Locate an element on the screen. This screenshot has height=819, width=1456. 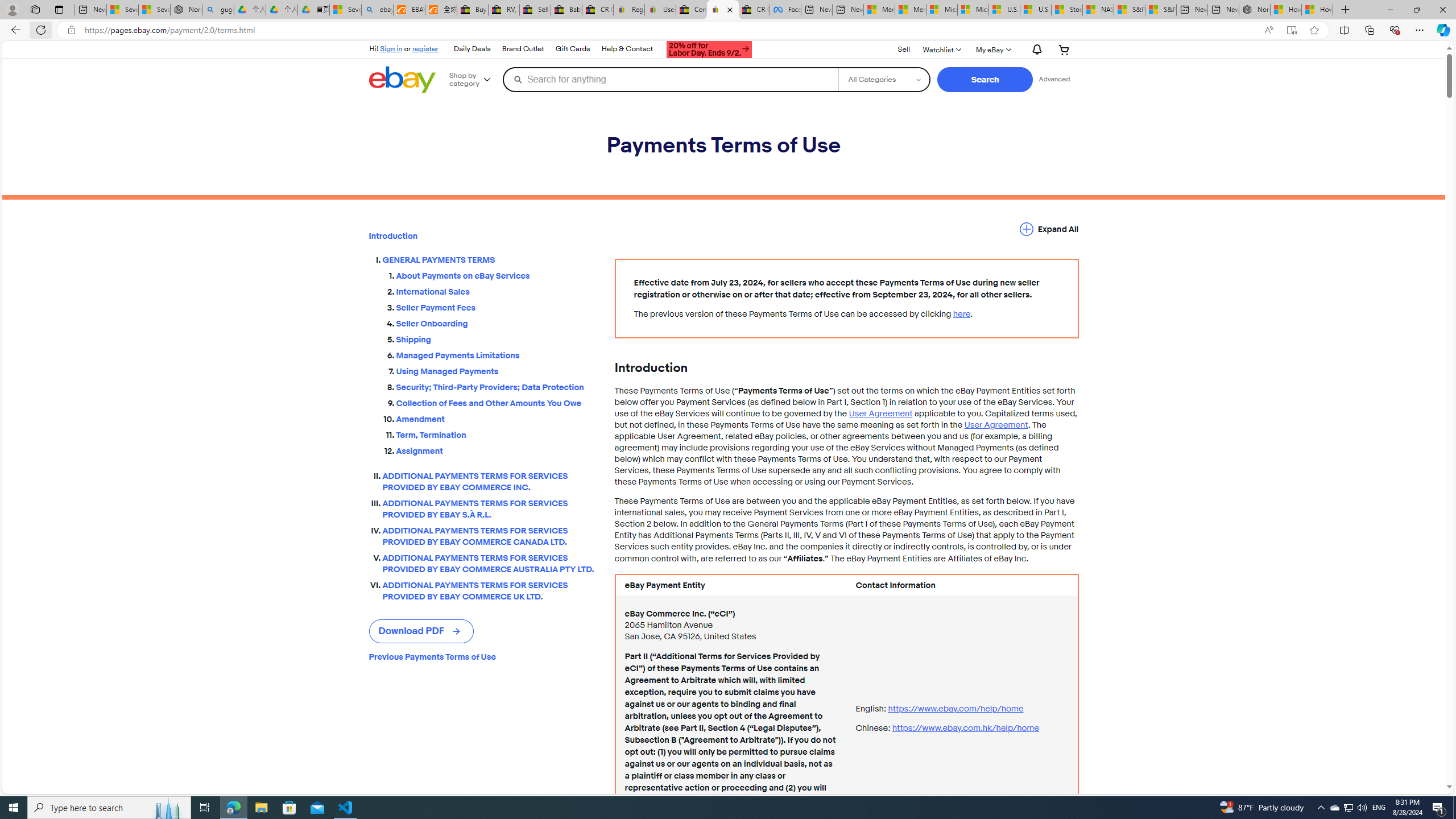
'Advanced Search' is located at coordinates (1053, 78).